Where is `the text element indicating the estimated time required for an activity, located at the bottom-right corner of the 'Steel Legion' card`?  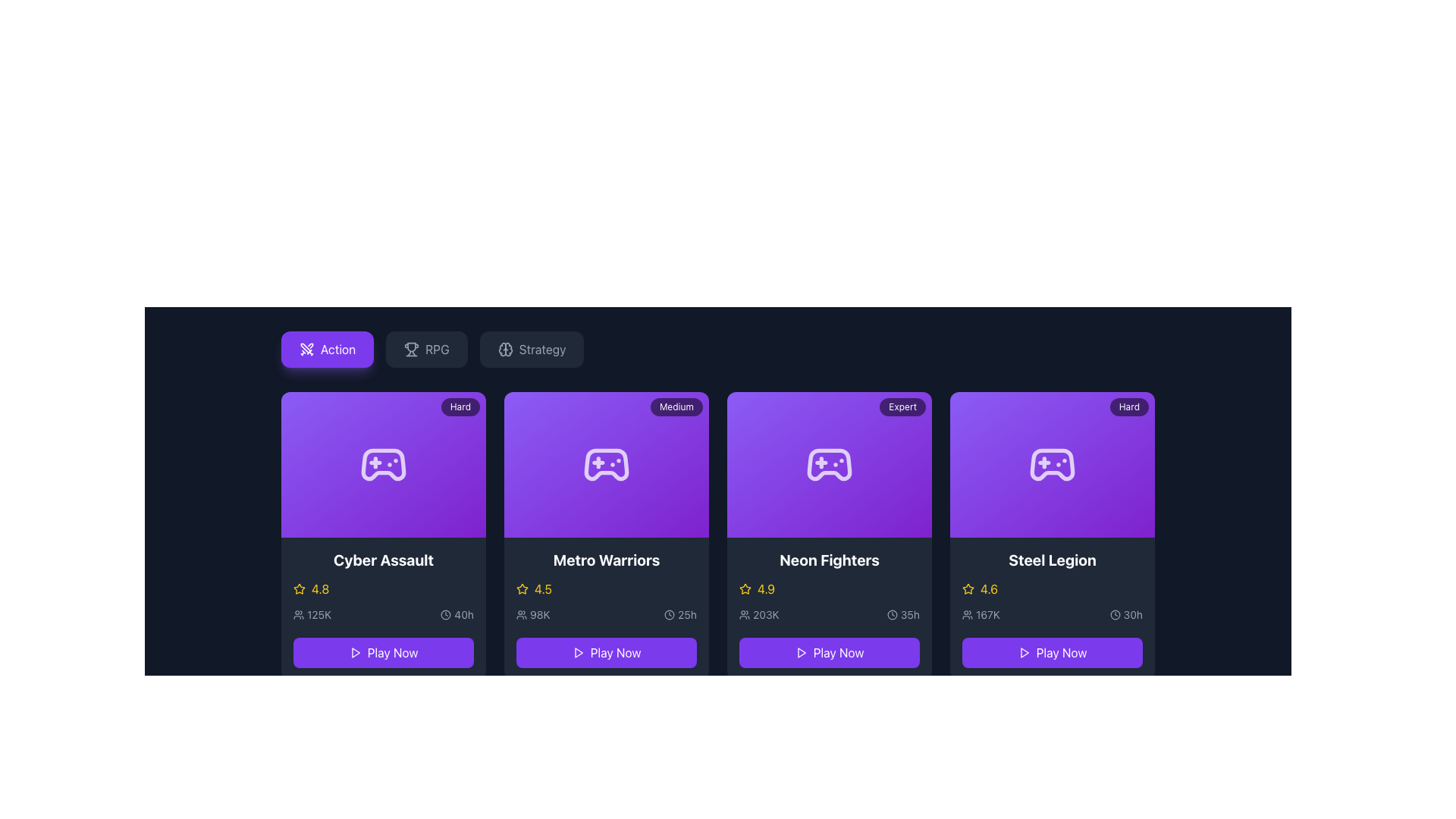 the text element indicating the estimated time required for an activity, located at the bottom-right corner of the 'Steel Legion' card is located at coordinates (1126, 614).